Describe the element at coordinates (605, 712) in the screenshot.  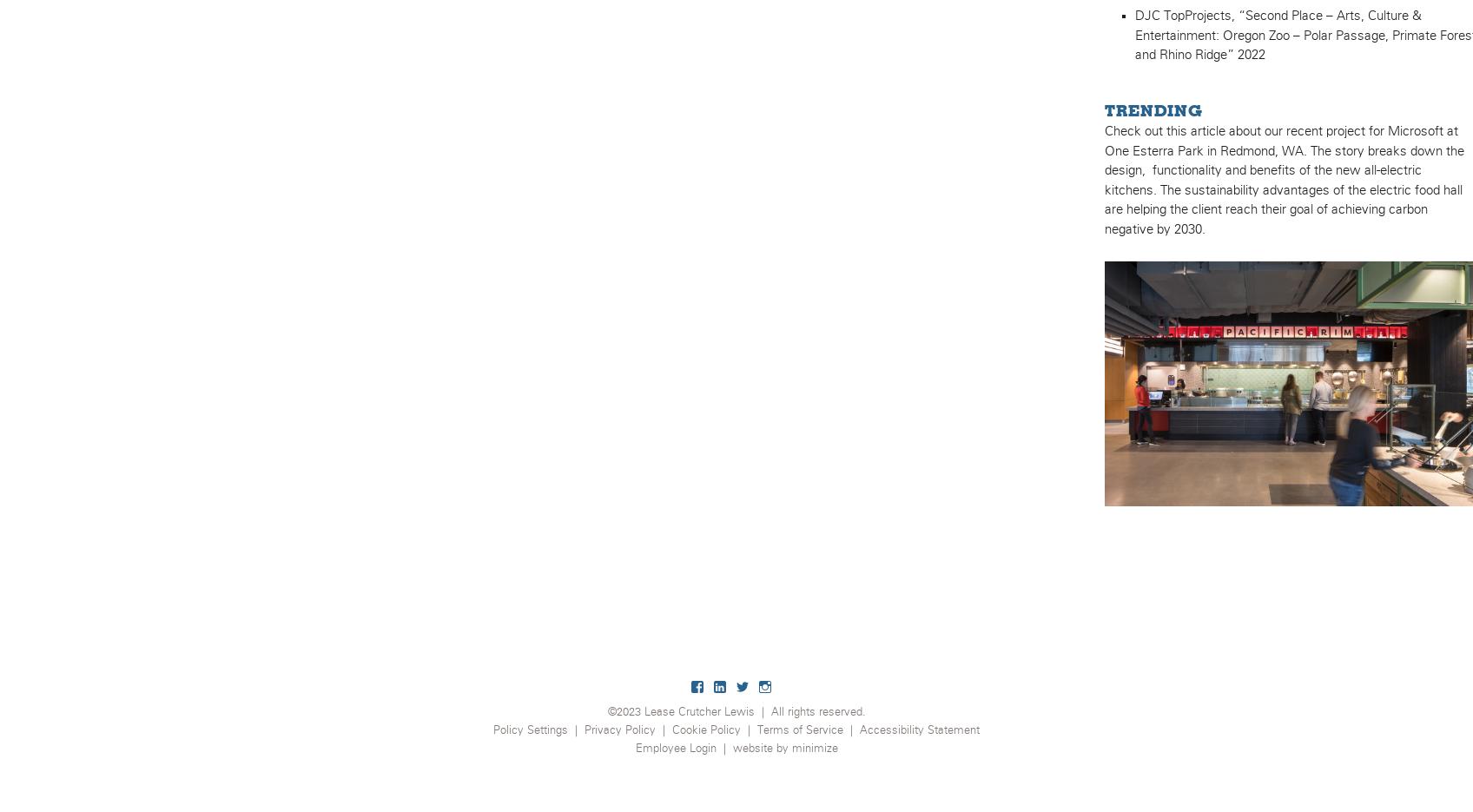
I see `'©2023'` at that location.